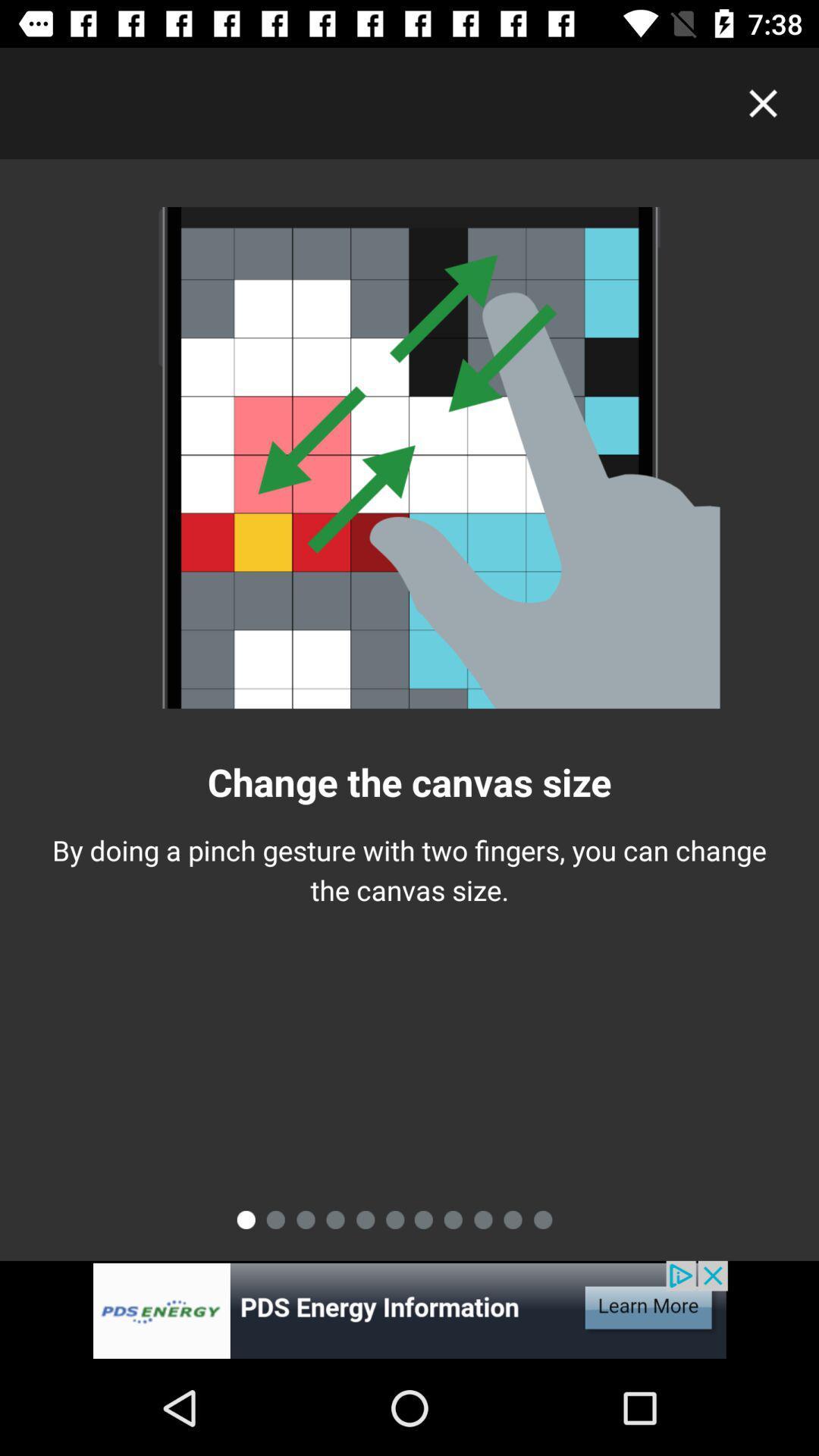  I want to click on advertisement, so click(409, 1310).